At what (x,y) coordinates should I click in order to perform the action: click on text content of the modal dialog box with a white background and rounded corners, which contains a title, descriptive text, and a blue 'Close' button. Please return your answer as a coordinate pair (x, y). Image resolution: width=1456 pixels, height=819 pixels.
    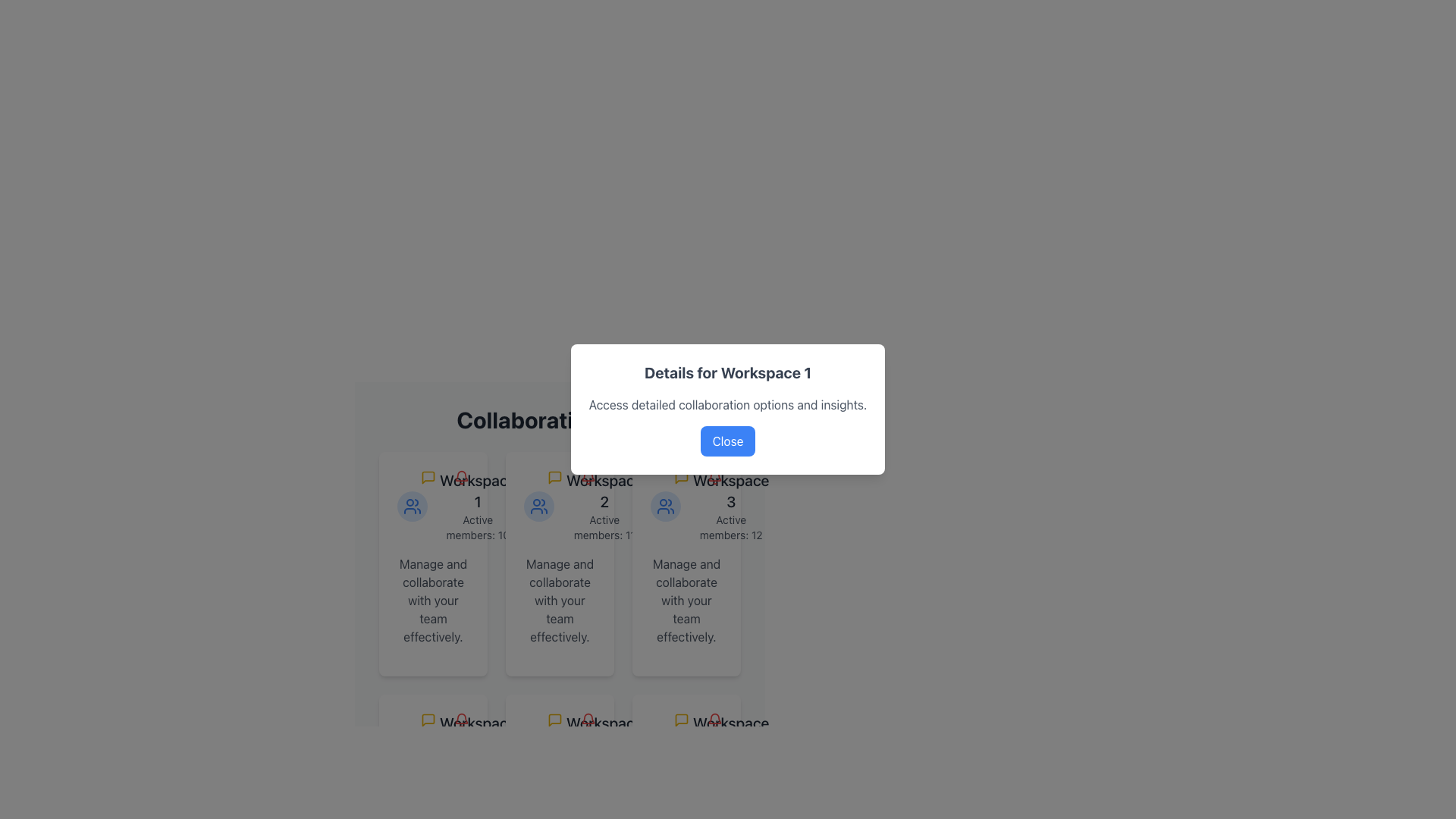
    Looking at the image, I should click on (728, 409).